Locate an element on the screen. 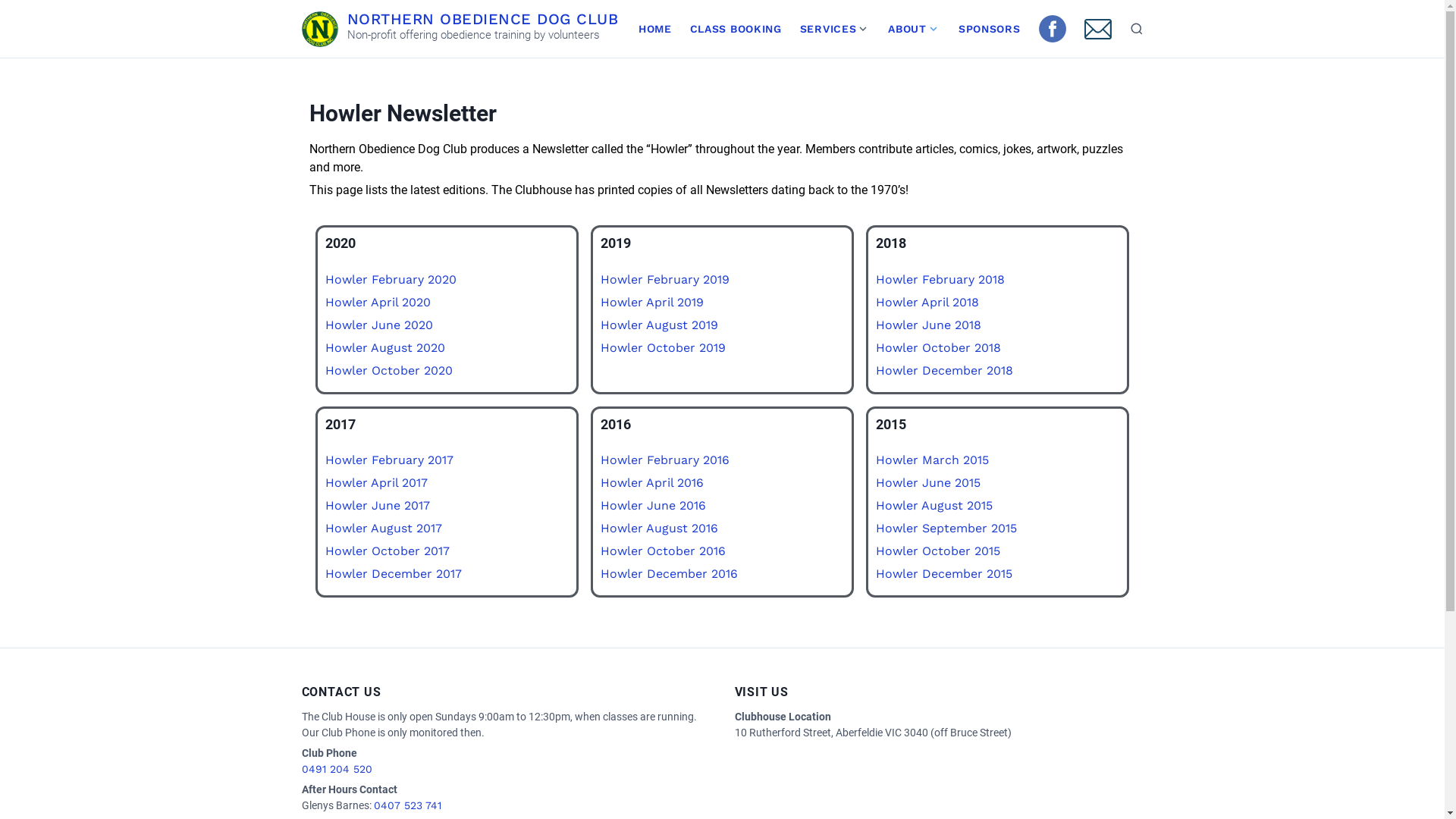 The image size is (1456, 819). 'NORTHERN OBEDIENCE DOG CLUB' is located at coordinates (482, 17).